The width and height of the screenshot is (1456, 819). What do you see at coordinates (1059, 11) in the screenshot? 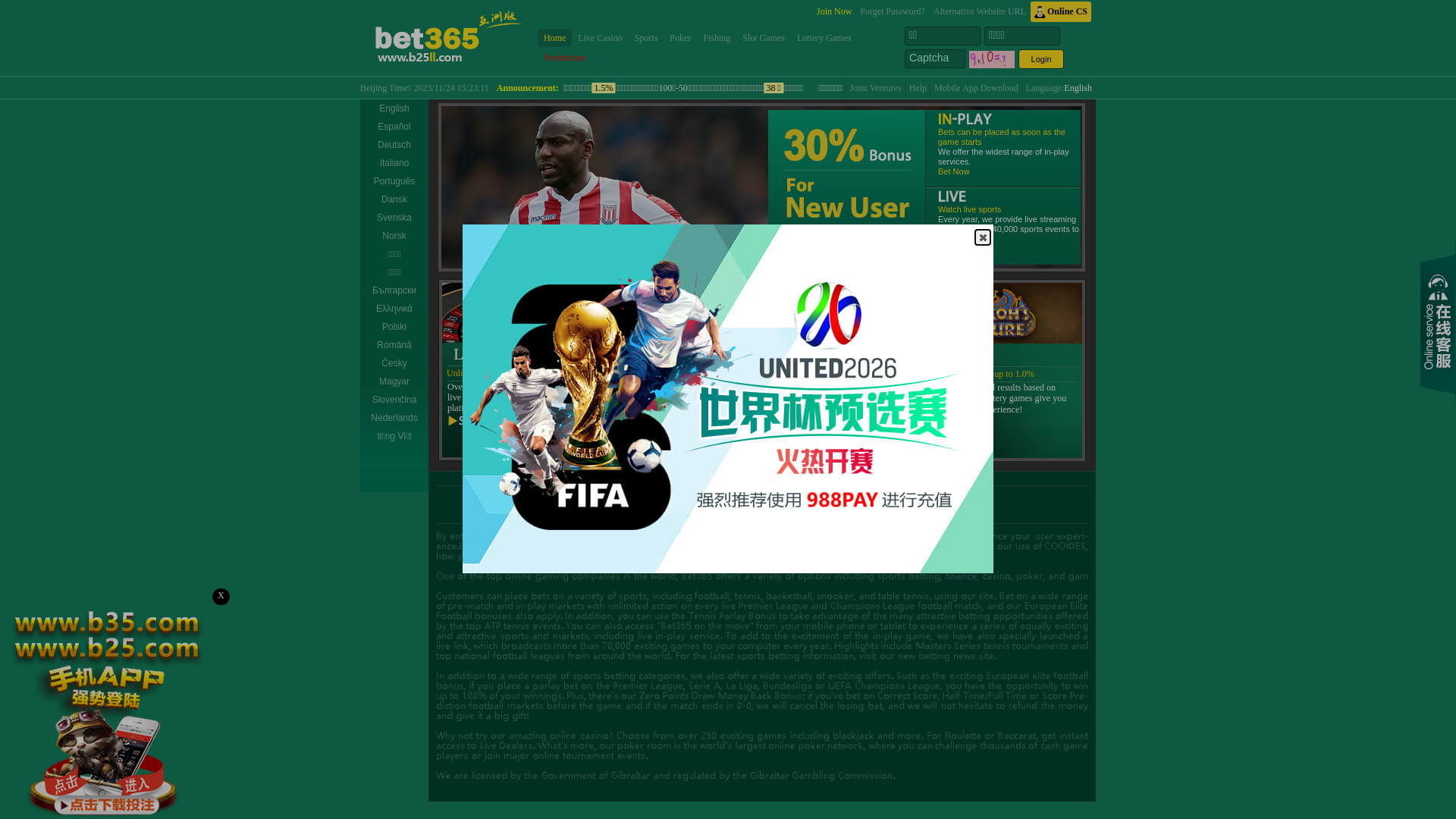
I see `'Online CS'` at bounding box center [1059, 11].